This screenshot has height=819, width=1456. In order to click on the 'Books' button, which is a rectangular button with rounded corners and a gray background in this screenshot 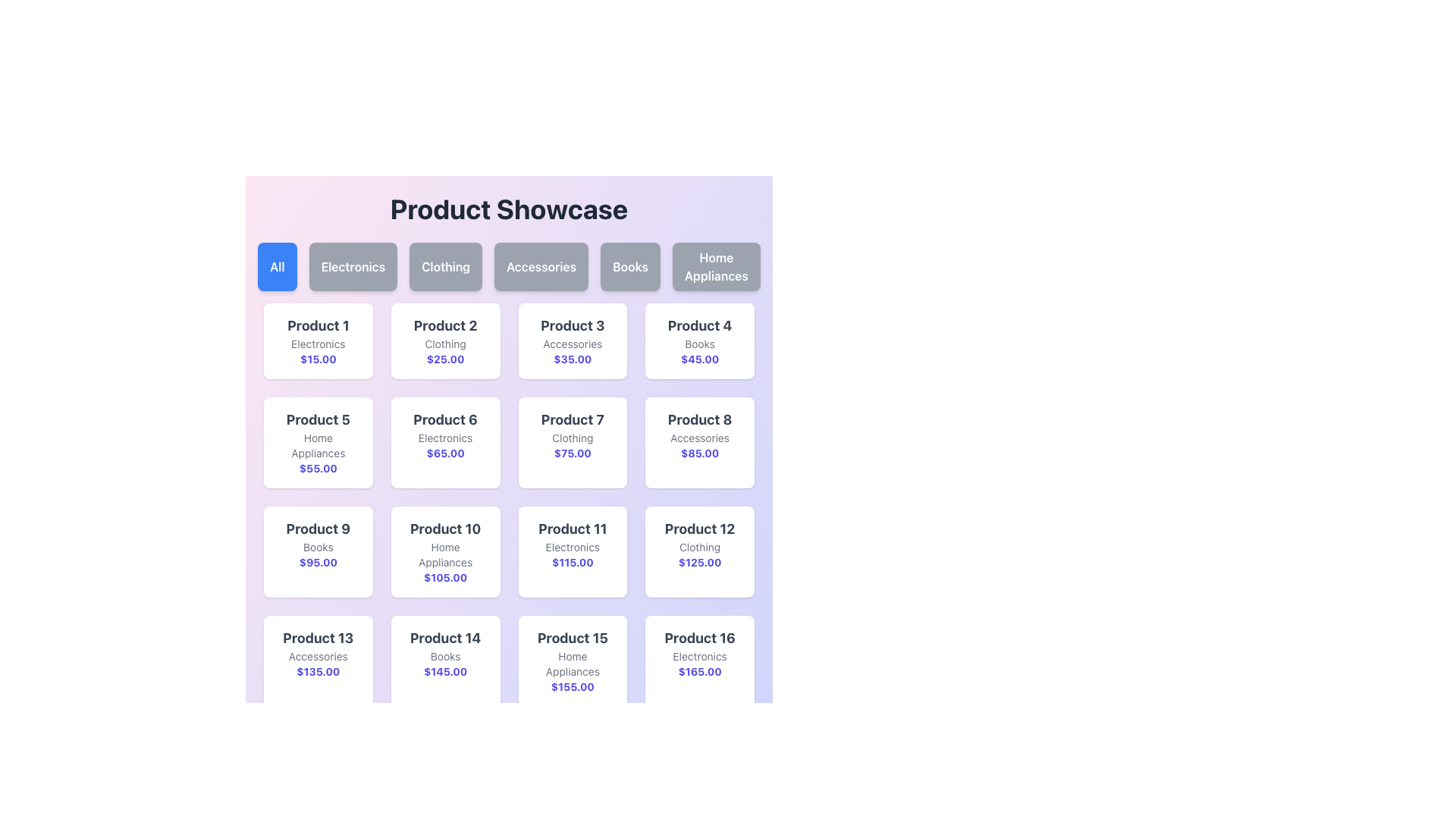, I will do `click(630, 265)`.